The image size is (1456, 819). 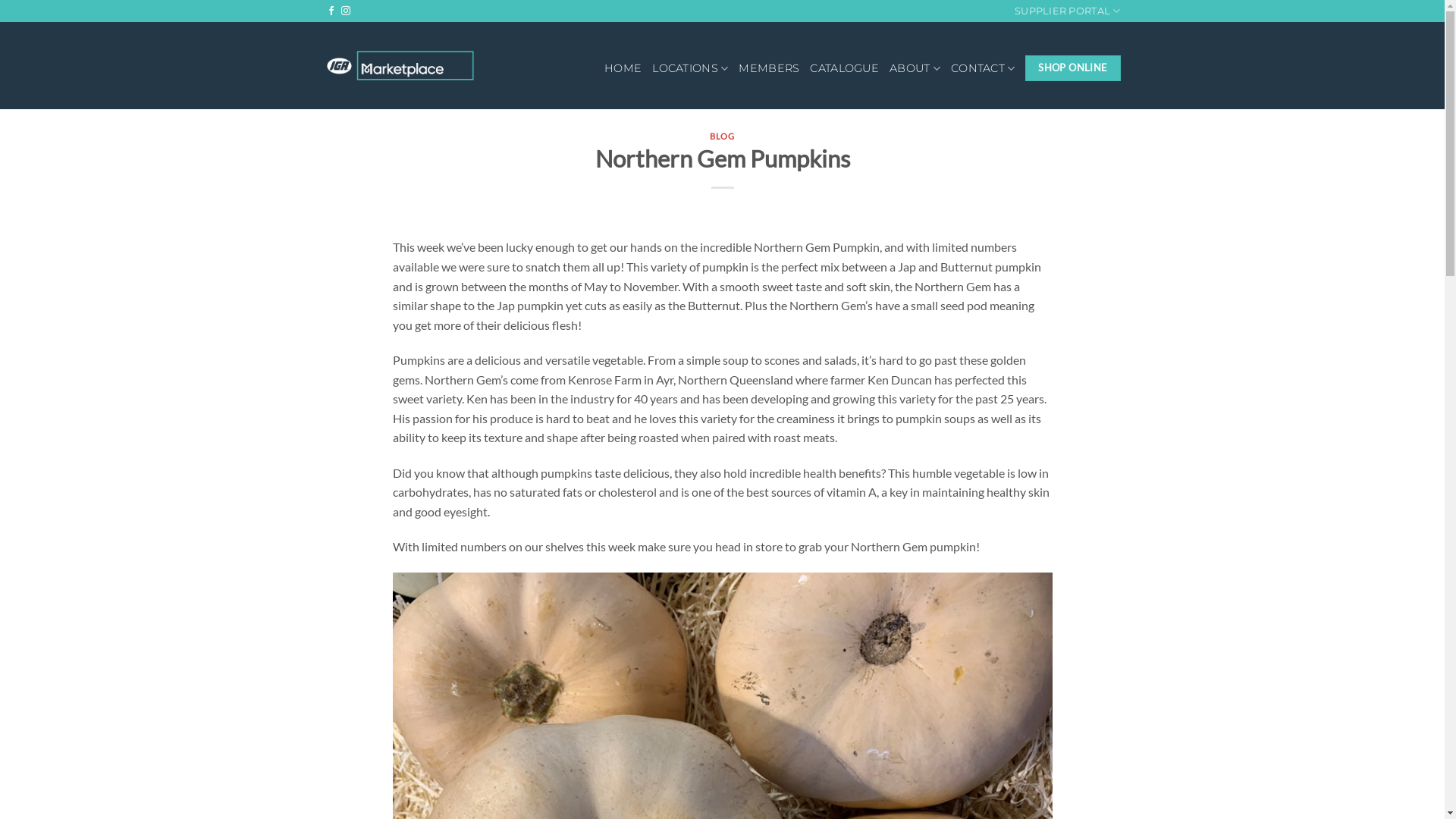 I want to click on 'IGA Marketplace', so click(x=400, y=64).